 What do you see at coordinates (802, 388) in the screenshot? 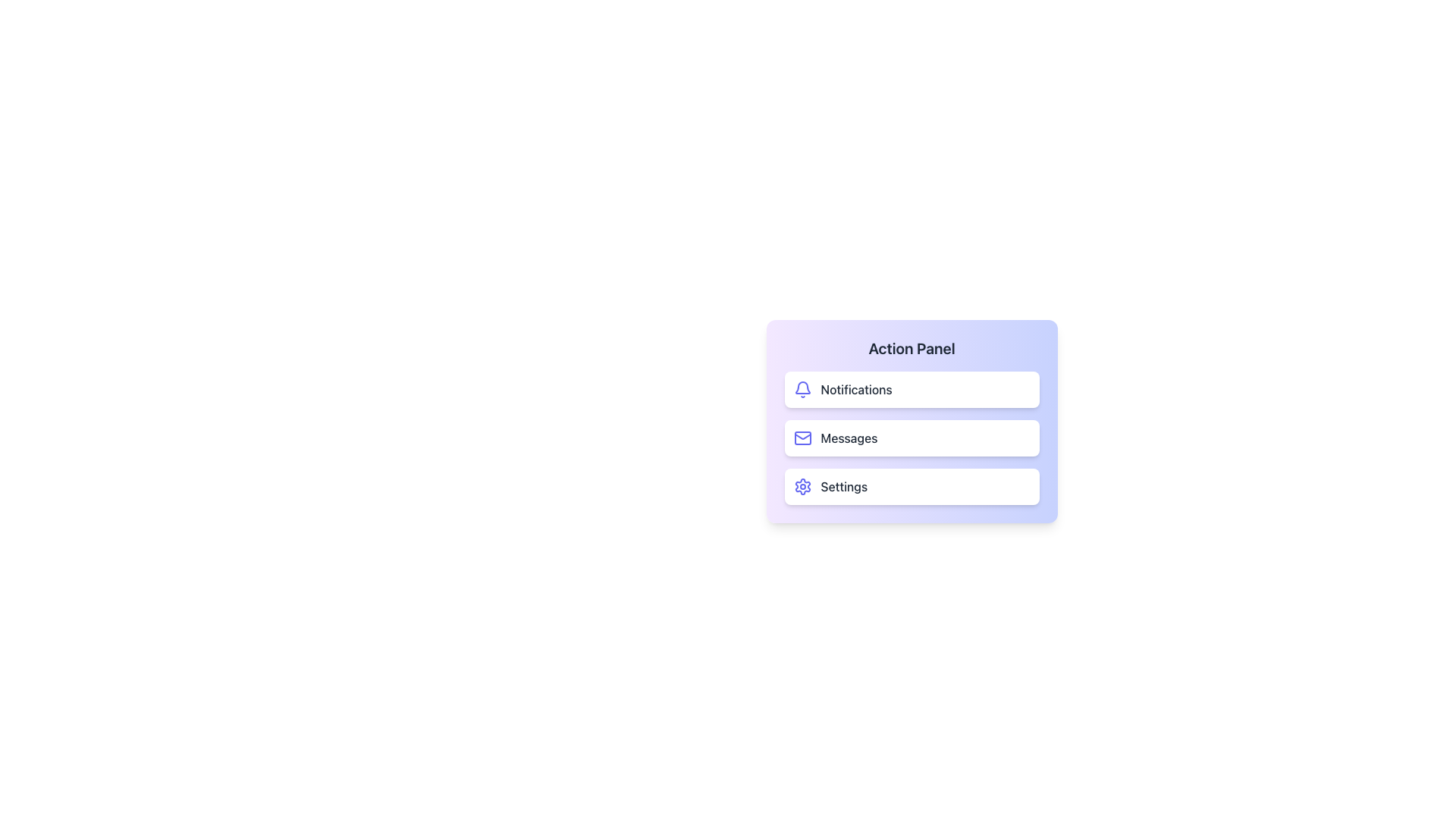
I see `the solid indigo bell-shaped icon representing notifications, located to the left of the 'Notifications' text` at bounding box center [802, 388].